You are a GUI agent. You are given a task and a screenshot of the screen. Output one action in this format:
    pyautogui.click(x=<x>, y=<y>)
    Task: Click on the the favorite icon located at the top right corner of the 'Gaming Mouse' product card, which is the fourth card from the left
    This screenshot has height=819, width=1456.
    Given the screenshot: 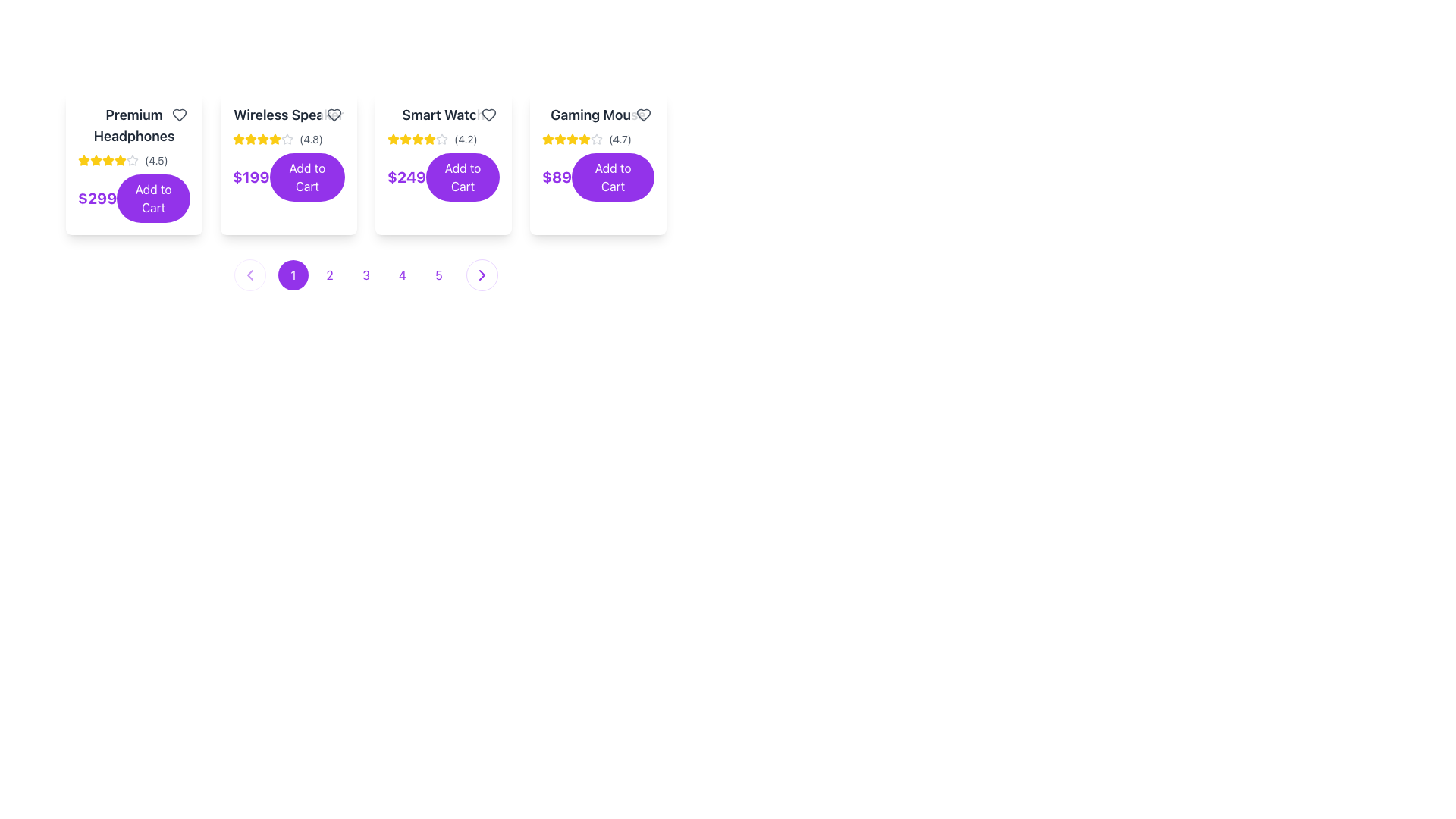 What is the action you would take?
    pyautogui.click(x=644, y=114)
    